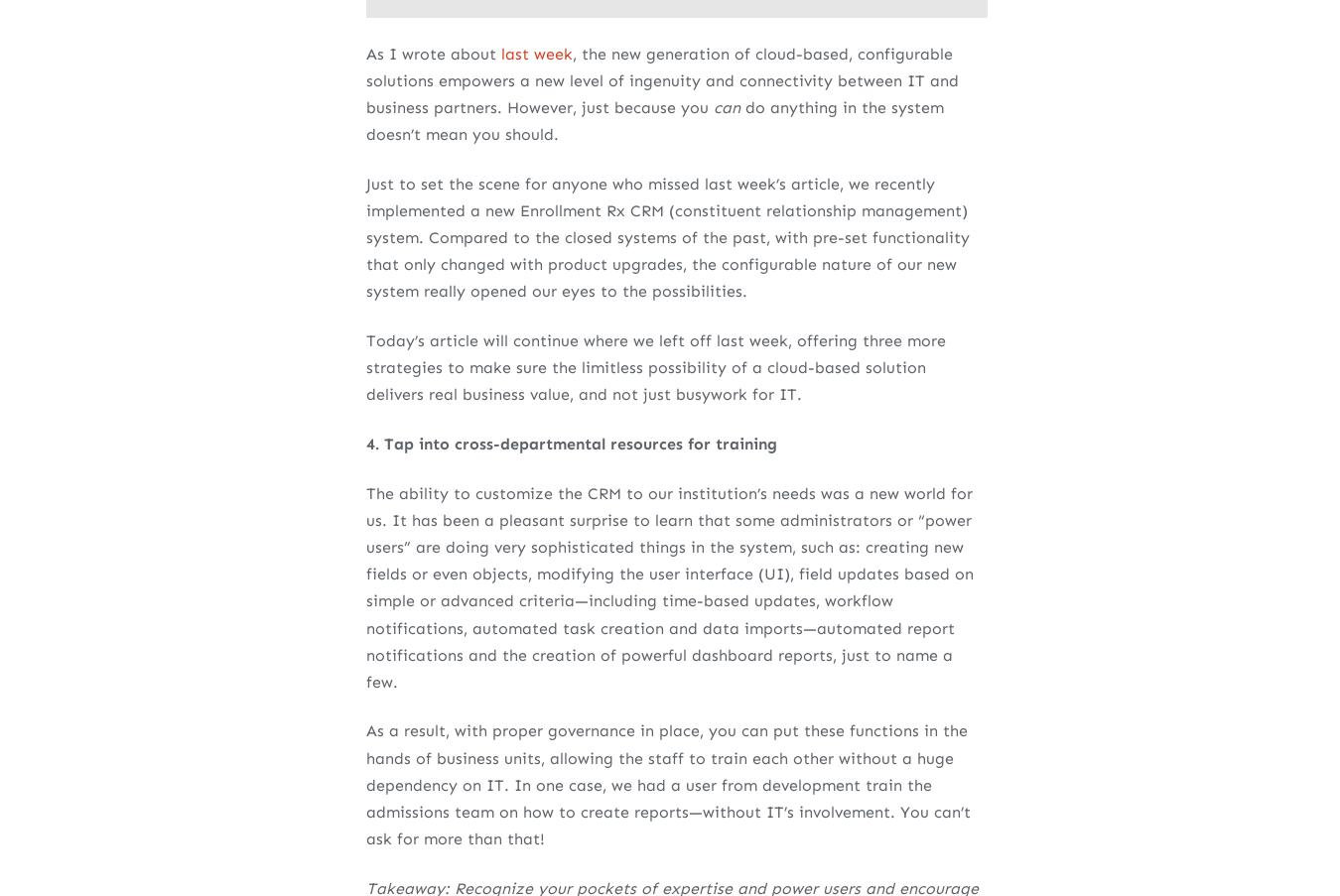 The width and height of the screenshot is (1340, 896). Describe the element at coordinates (667, 237) in the screenshot. I see `'Just to set the scene for anyone who missed last week’s article, we recently implemented a new Enrollment Rx CRM (constituent relationship management) system. Compared to the closed systems of the past, with pre-set functionality that only changed with product upgrades, the configurable nature of our new system really opened our eyes to the possibilities.'` at that location.